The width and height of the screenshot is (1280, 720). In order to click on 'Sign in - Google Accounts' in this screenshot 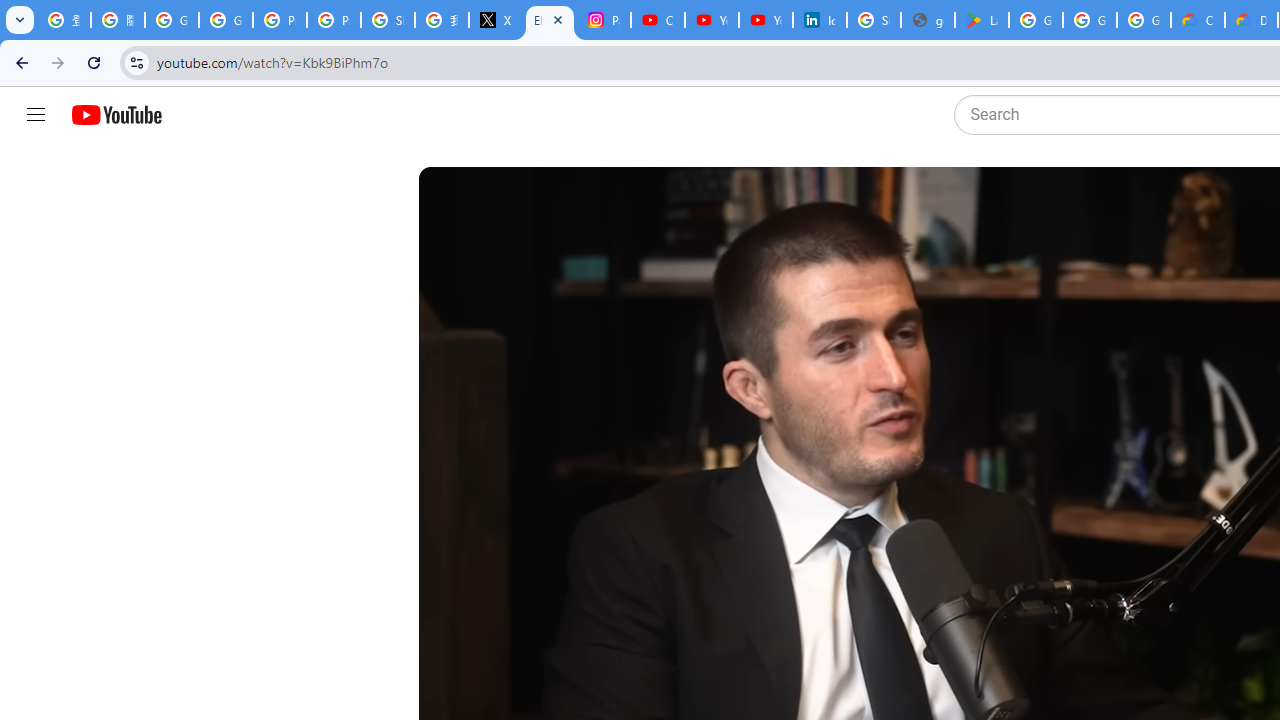, I will do `click(387, 20)`.